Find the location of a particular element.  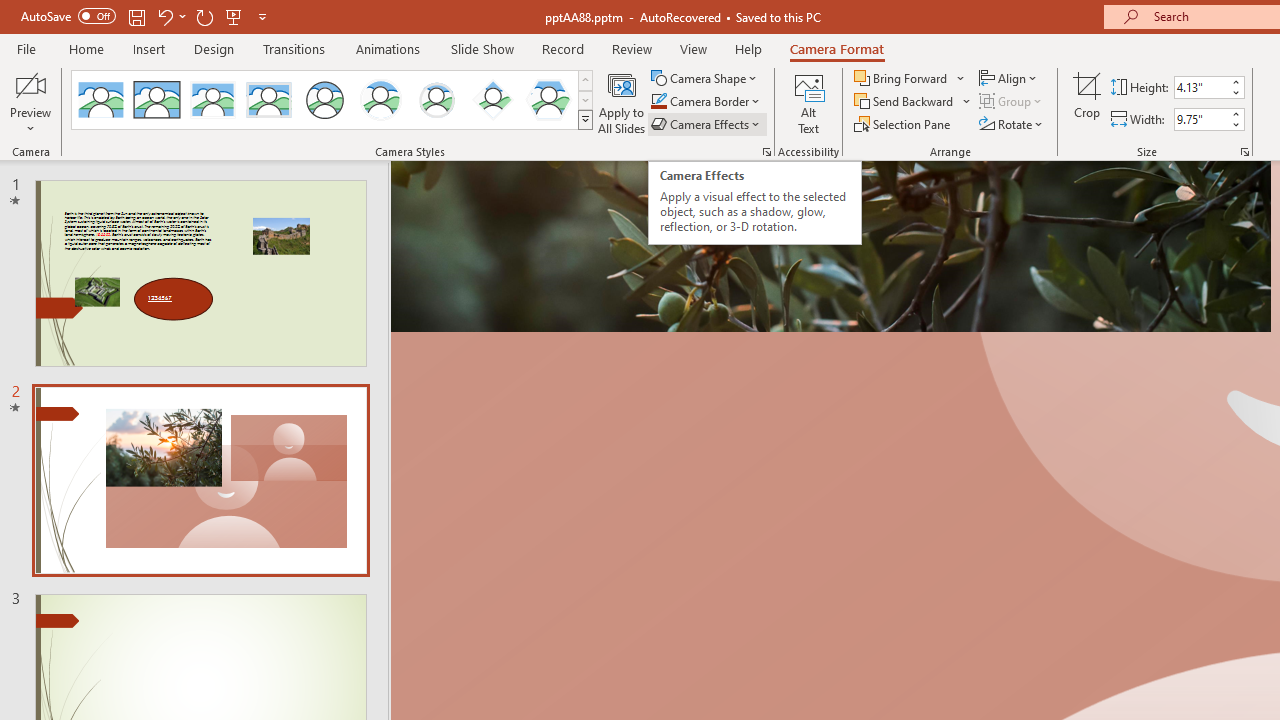

'Cameo Height' is located at coordinates (1200, 86).